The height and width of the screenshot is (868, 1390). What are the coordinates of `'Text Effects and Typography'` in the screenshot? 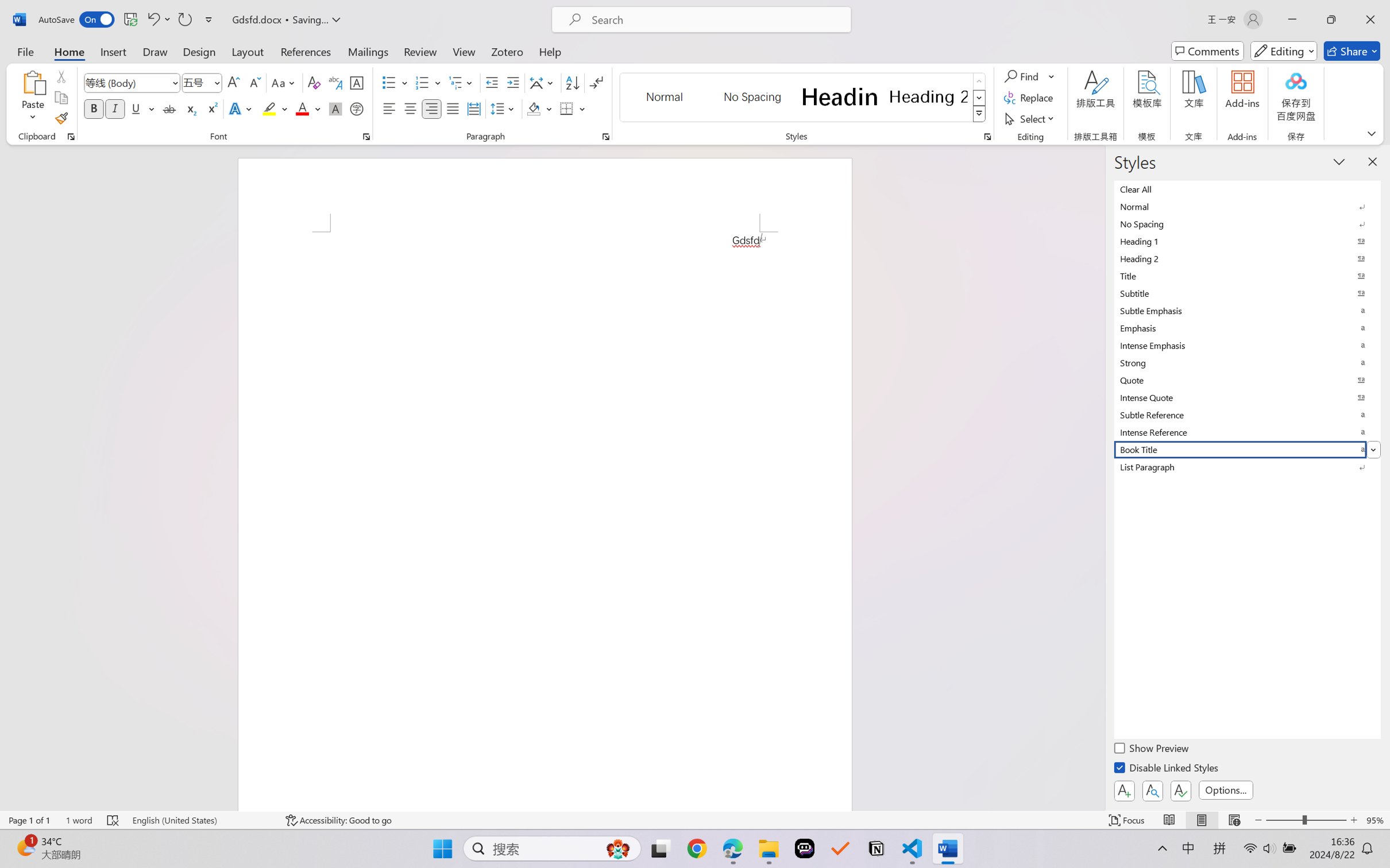 It's located at (241, 108).